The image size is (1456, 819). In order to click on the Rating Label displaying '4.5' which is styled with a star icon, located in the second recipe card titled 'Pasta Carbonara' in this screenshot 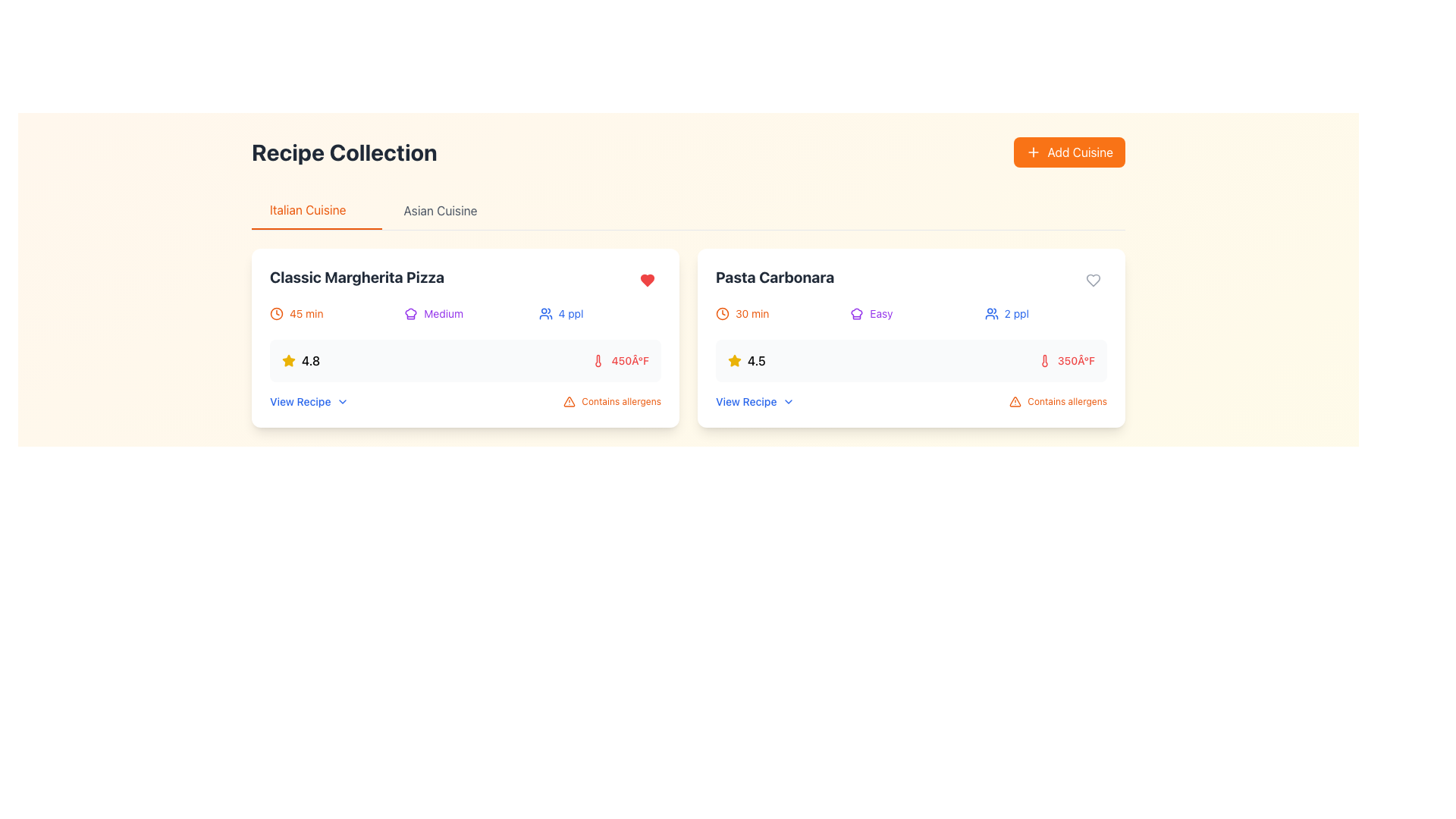, I will do `click(746, 360)`.